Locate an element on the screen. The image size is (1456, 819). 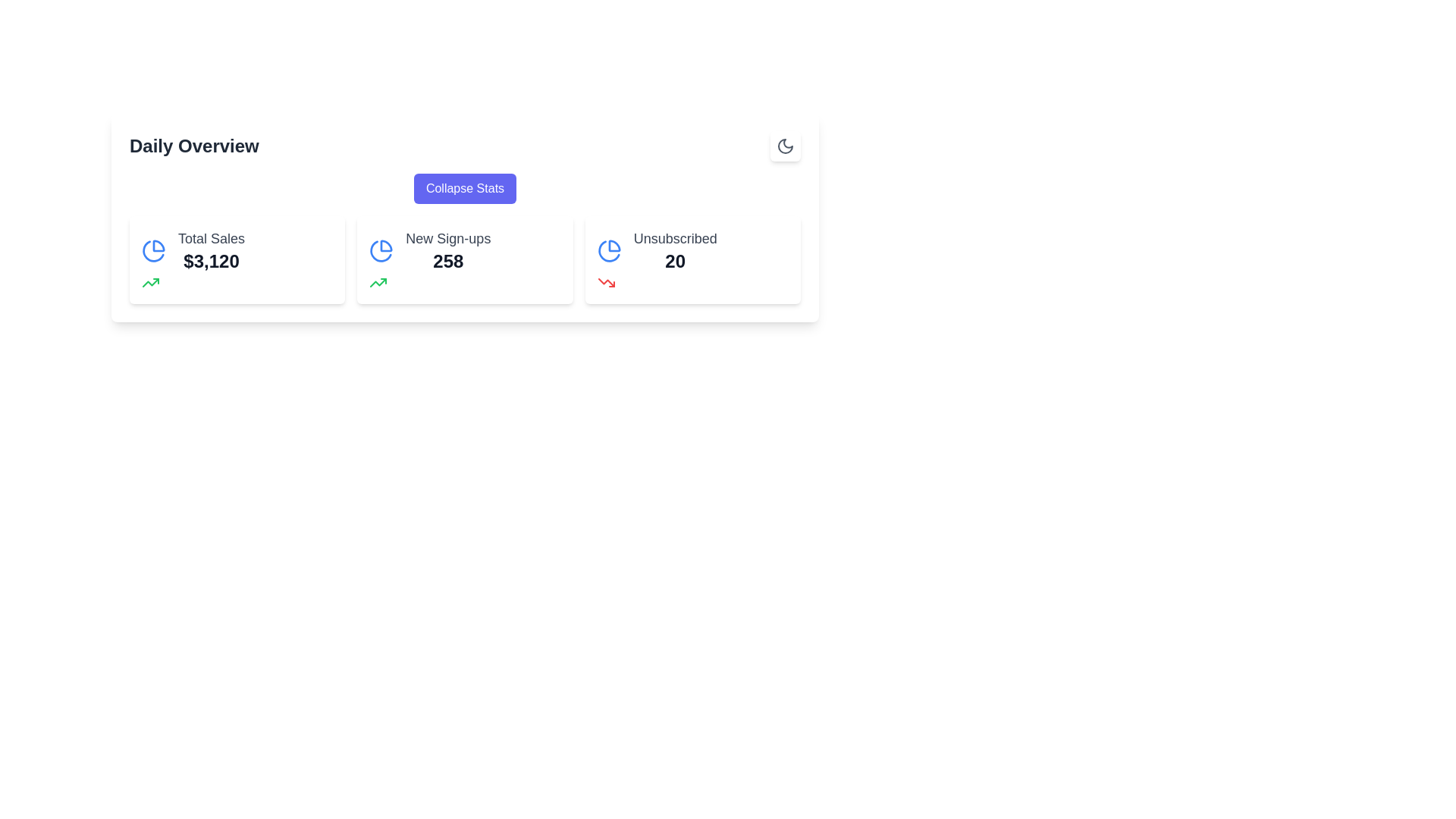
the button that toggles the visibility of the statistics cards labeled 'Total Sales', 'New Sign-ups', and 'Unsubscribed' is located at coordinates (464, 188).